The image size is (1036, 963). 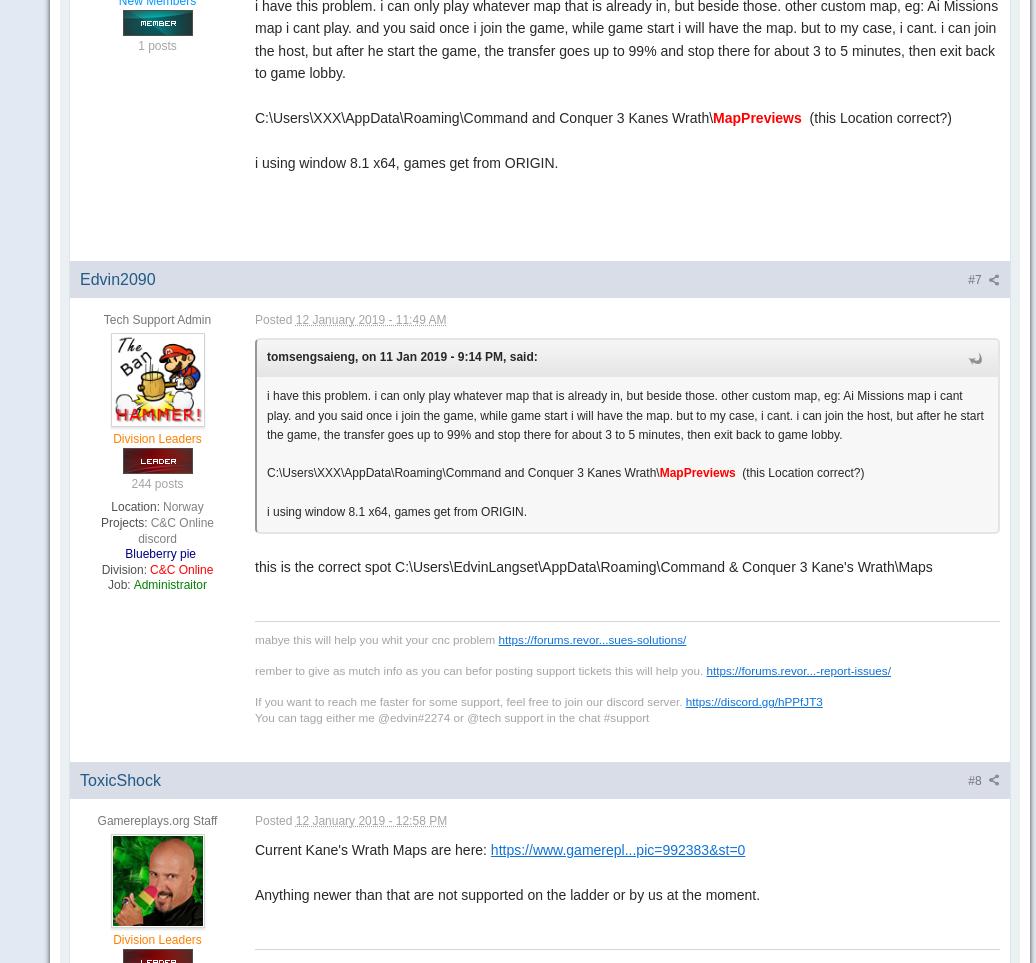 I want to click on '244 posts', so click(x=156, y=483).